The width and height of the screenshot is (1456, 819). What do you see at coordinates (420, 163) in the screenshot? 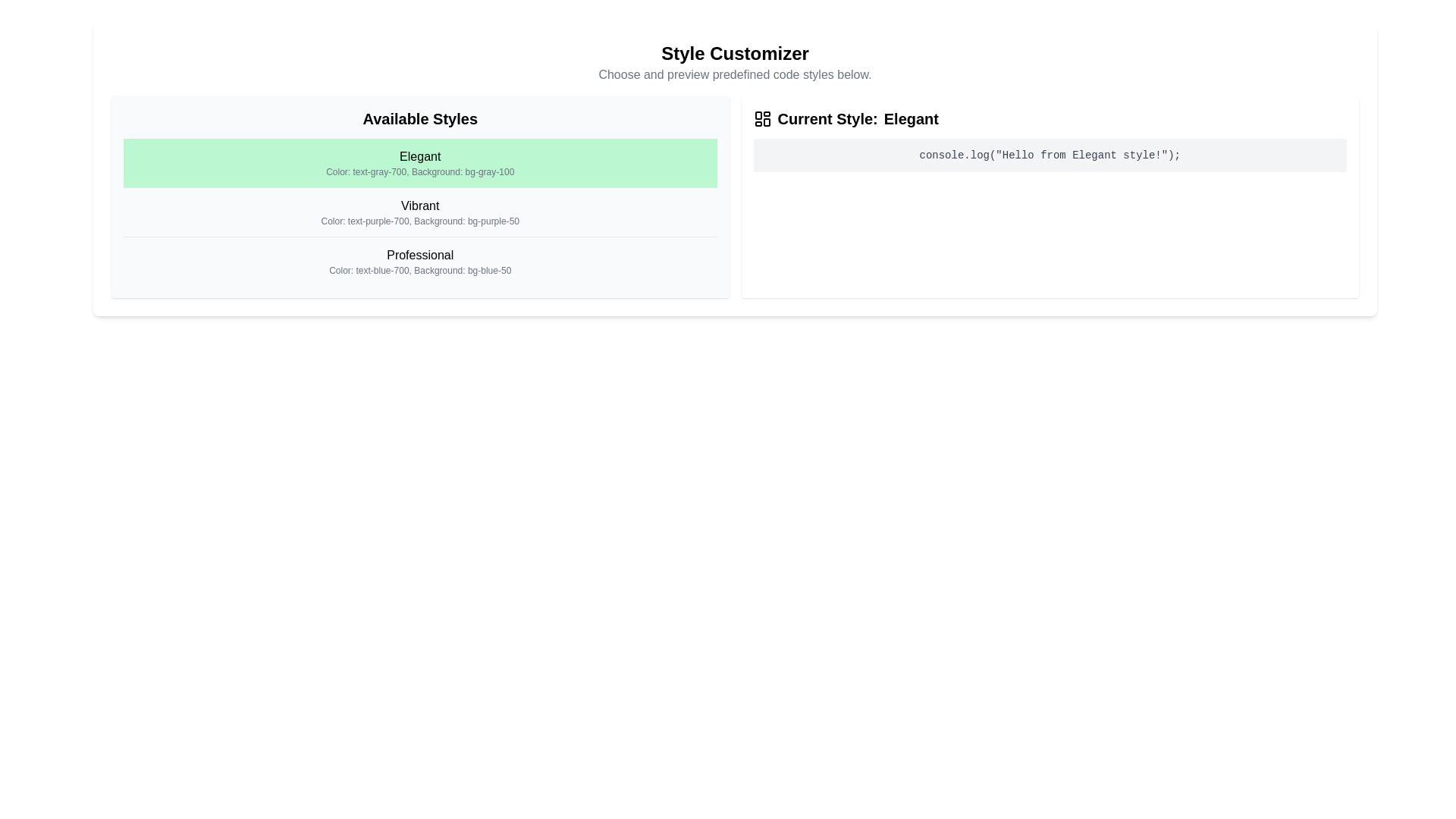
I see `the 'Elegant' selectable option in the 'Available Styles' section` at bounding box center [420, 163].